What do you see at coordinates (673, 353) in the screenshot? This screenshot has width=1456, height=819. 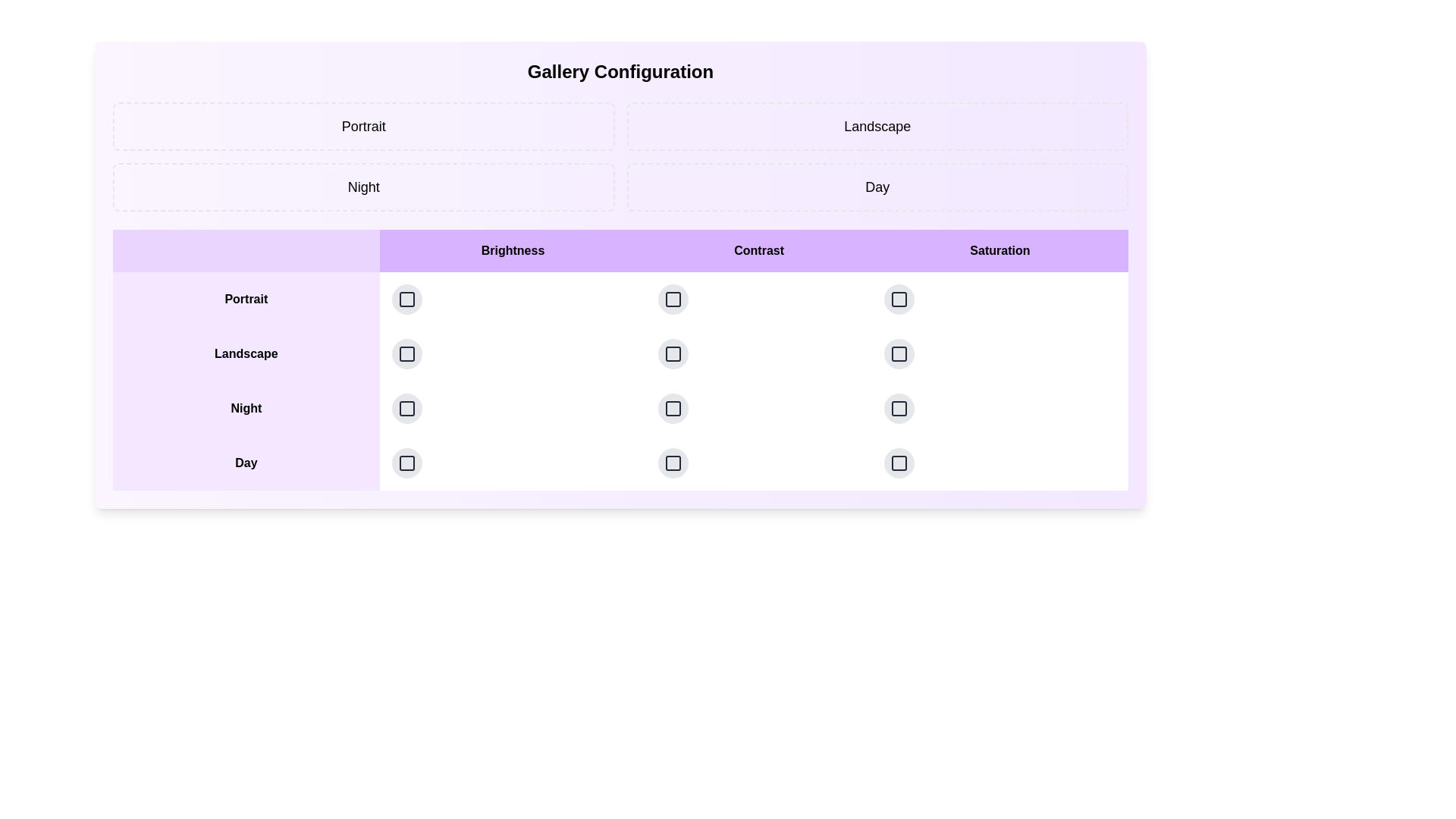 I see `the small square icon in the second column labeled 'Contrast' and third row labeled 'Night' under the 'Gallery Configuration' section` at bounding box center [673, 353].